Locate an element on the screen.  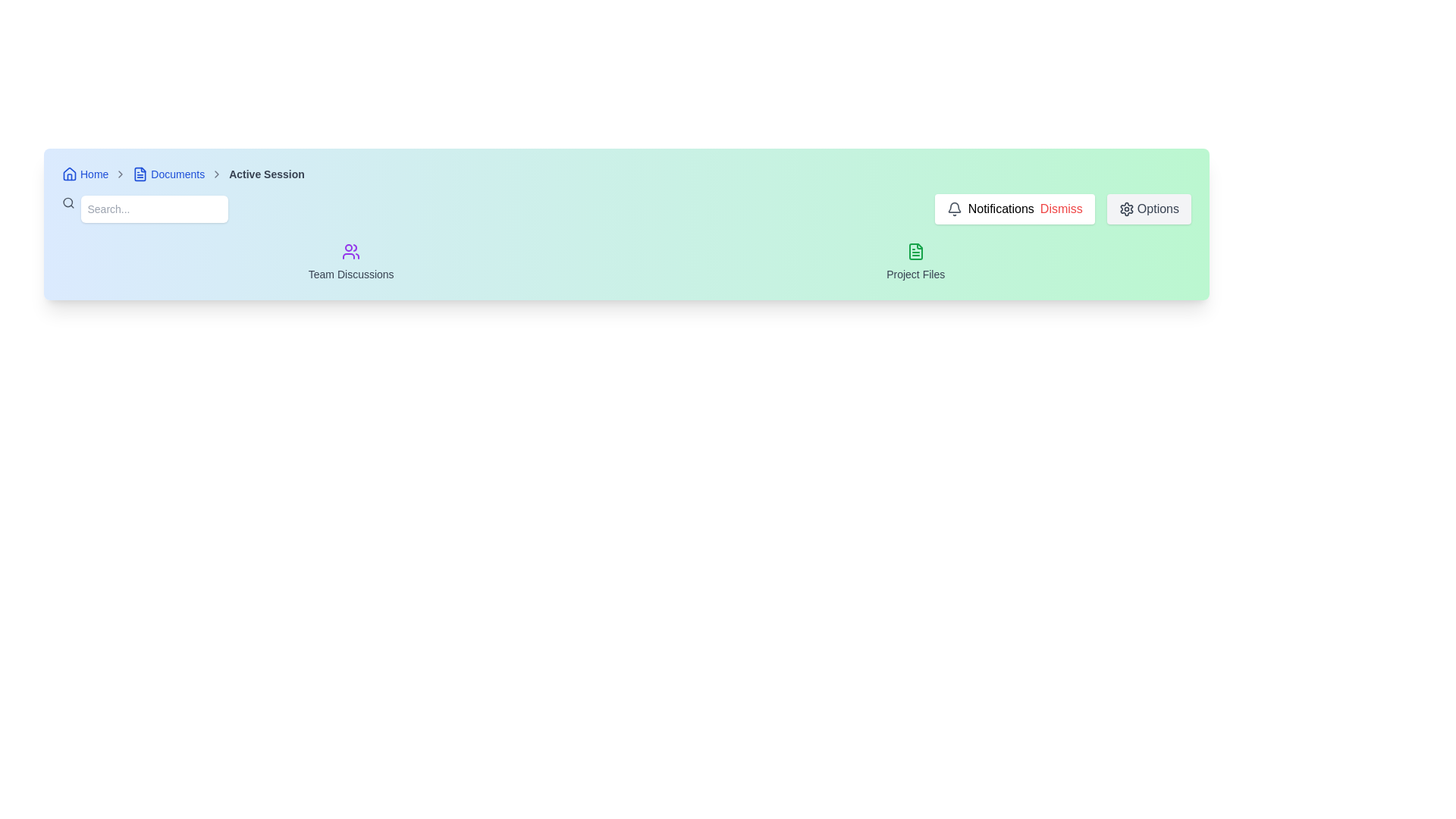
the search icon located to the left of the 'Search...' placeholder text input field to initiate the search functionality is located at coordinates (67, 202).